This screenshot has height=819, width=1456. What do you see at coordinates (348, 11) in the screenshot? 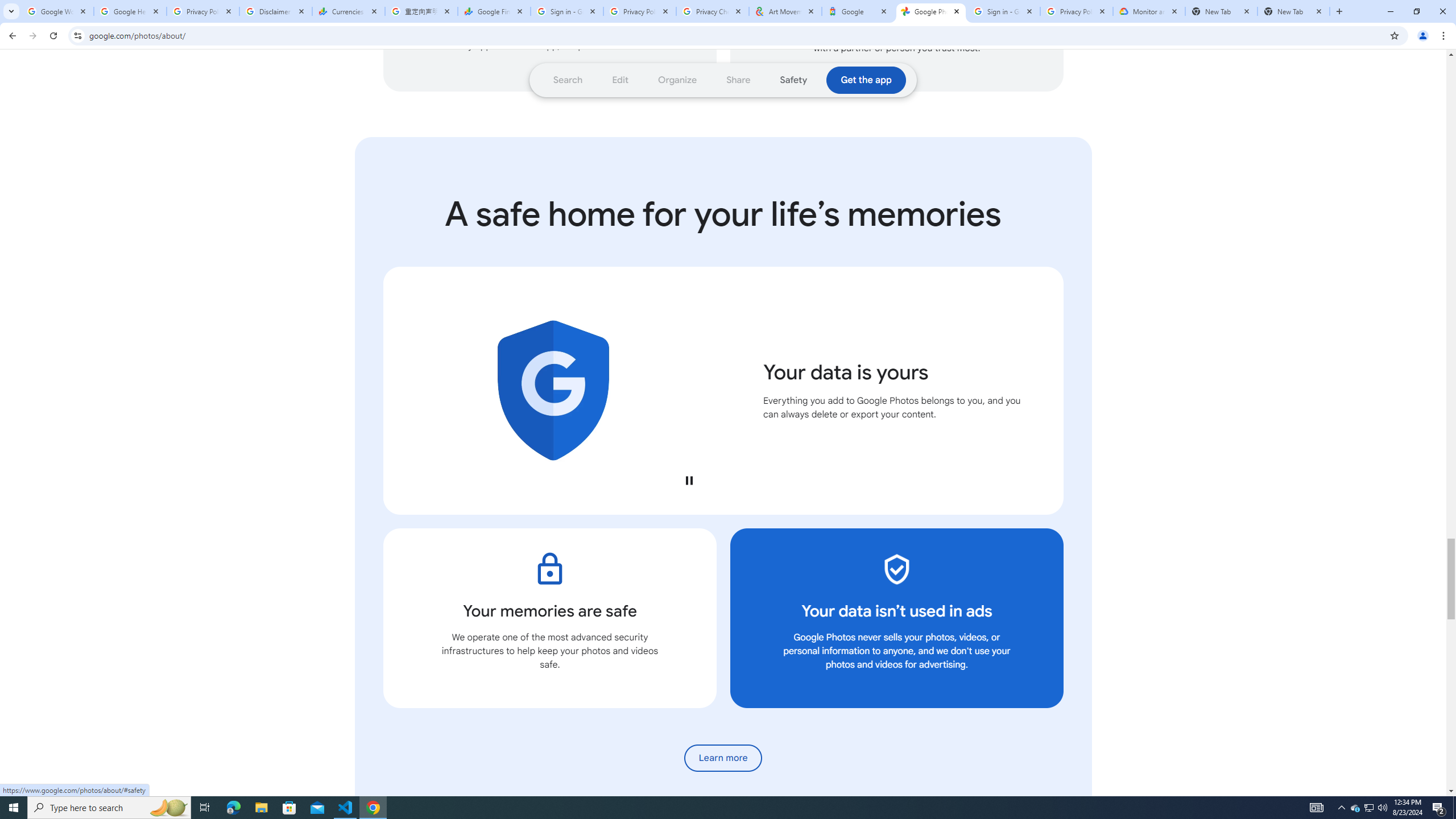
I see `'Currencies - Google Finance'` at bounding box center [348, 11].